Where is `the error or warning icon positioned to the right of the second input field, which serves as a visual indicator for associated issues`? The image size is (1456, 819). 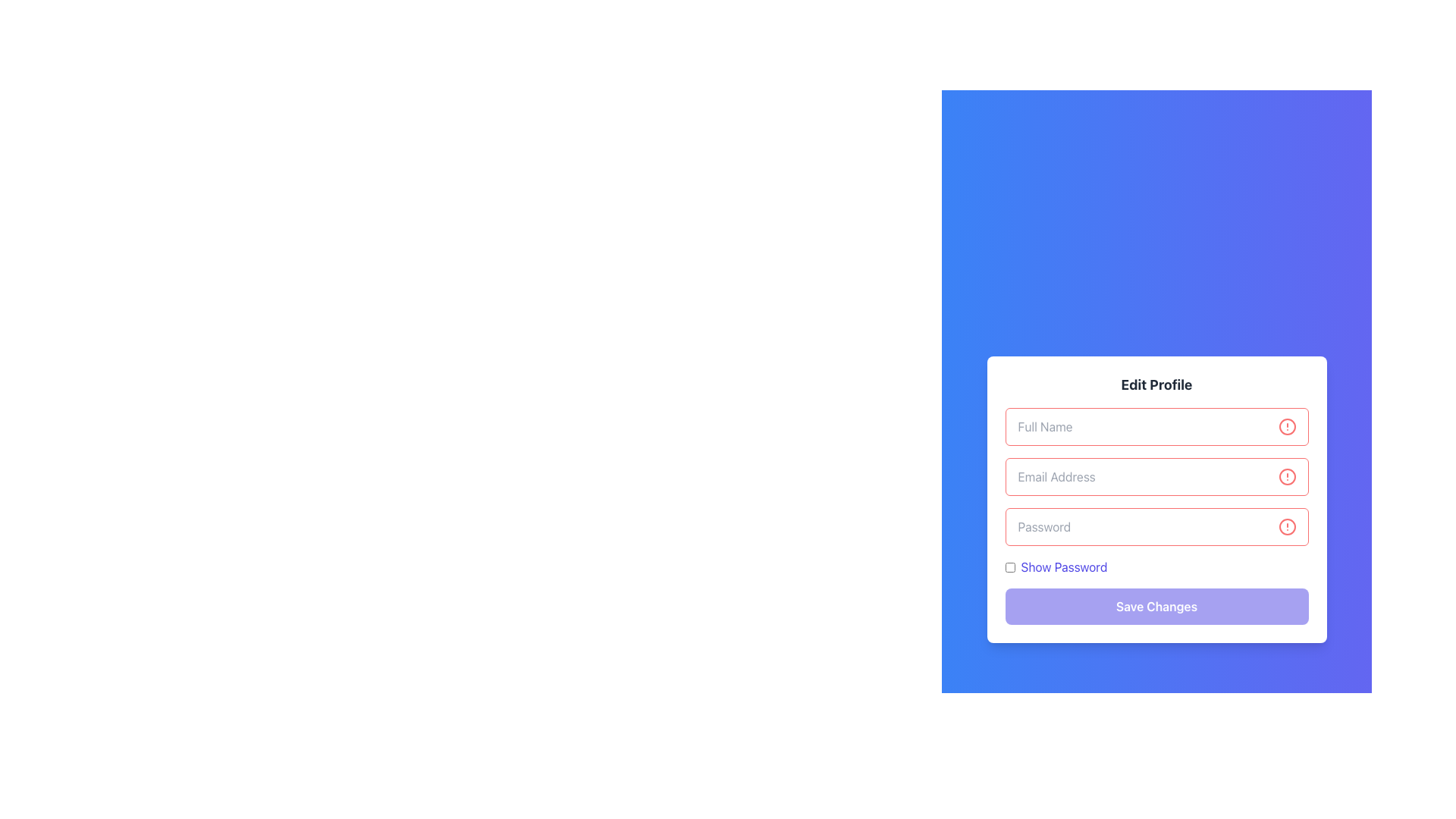
the error or warning icon positioned to the right of the second input field, which serves as a visual indicator for associated issues is located at coordinates (1286, 475).